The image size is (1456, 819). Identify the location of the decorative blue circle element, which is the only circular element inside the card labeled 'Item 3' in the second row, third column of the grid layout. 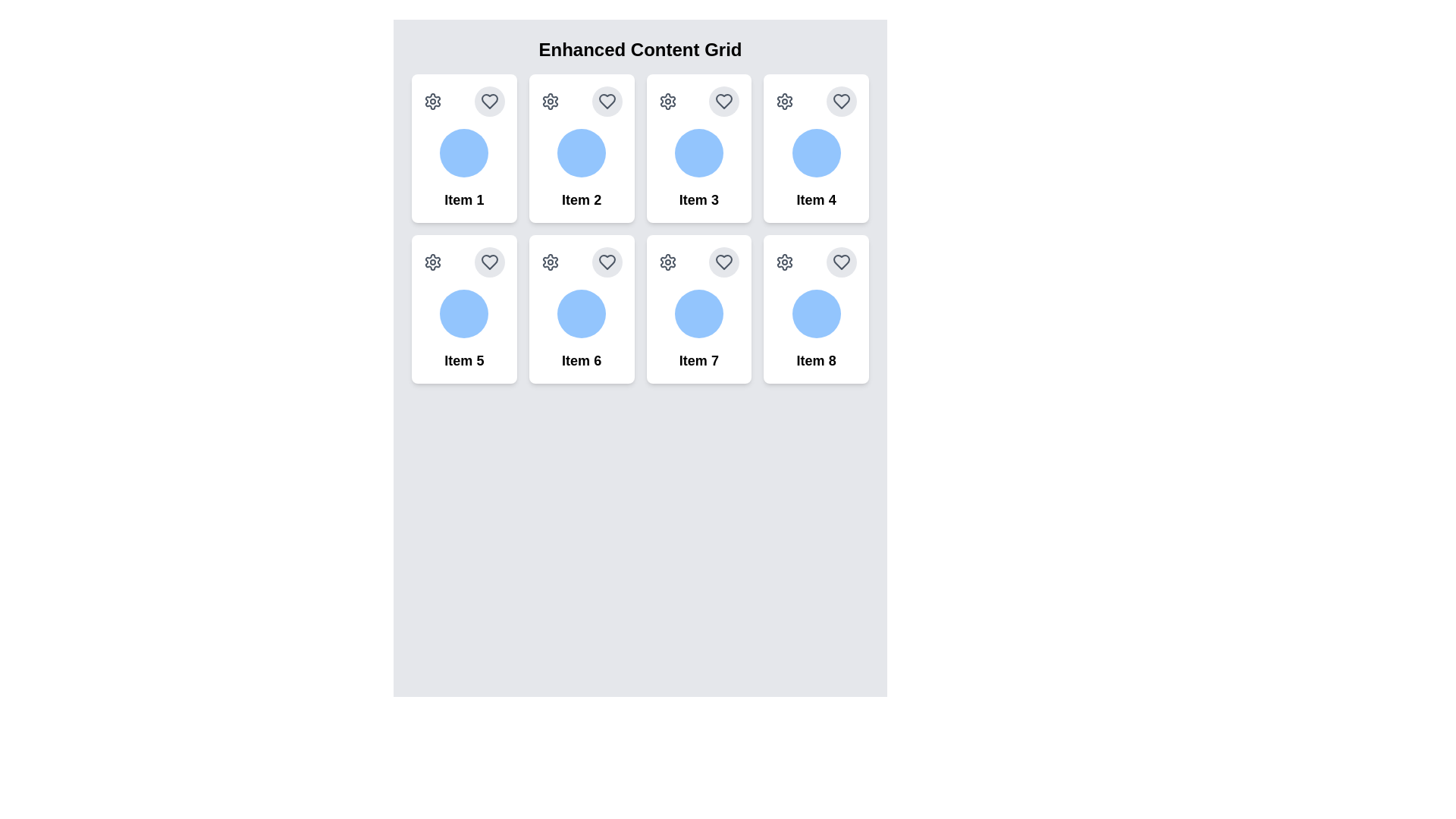
(698, 152).